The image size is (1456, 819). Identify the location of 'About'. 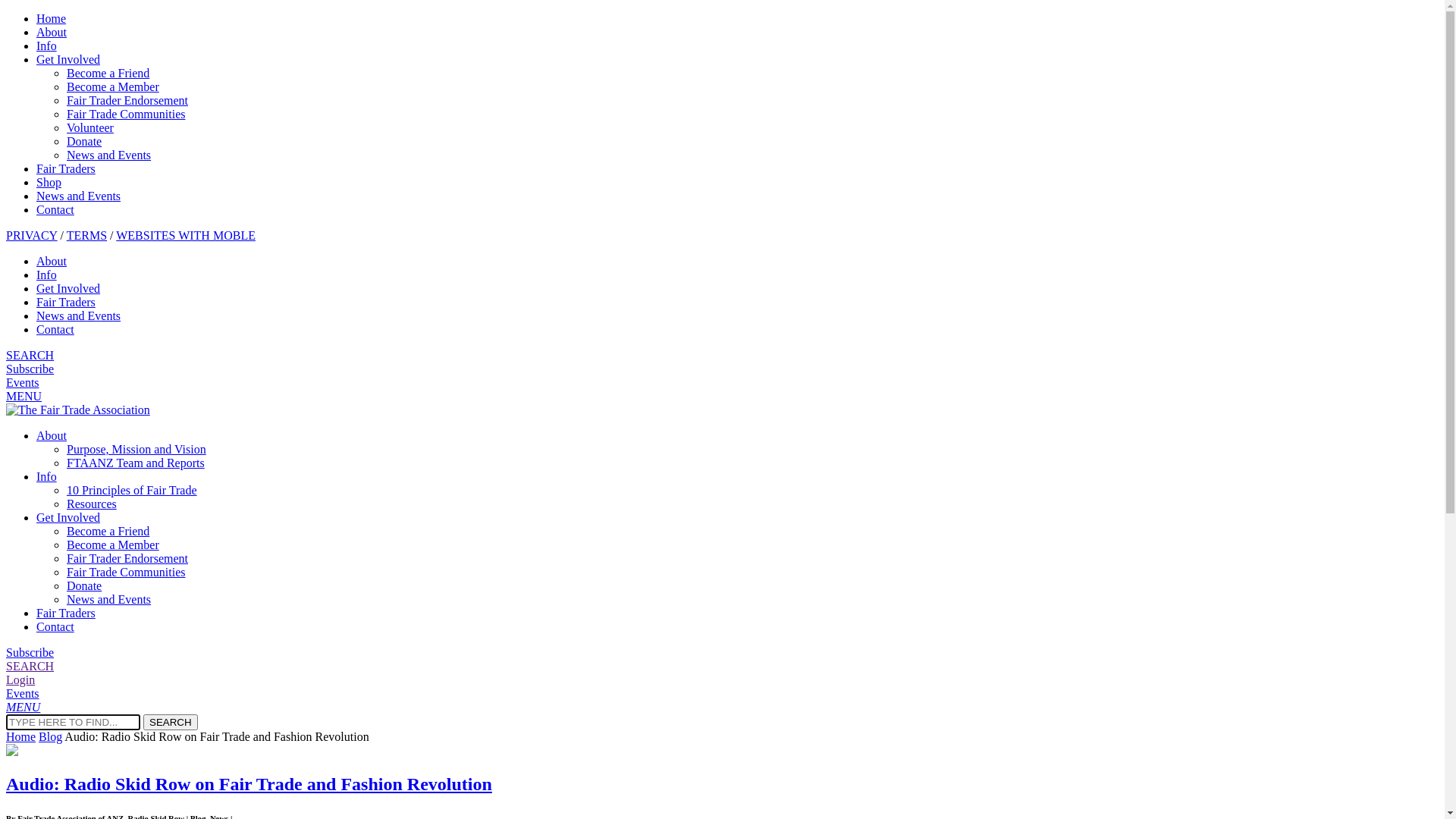
(51, 435).